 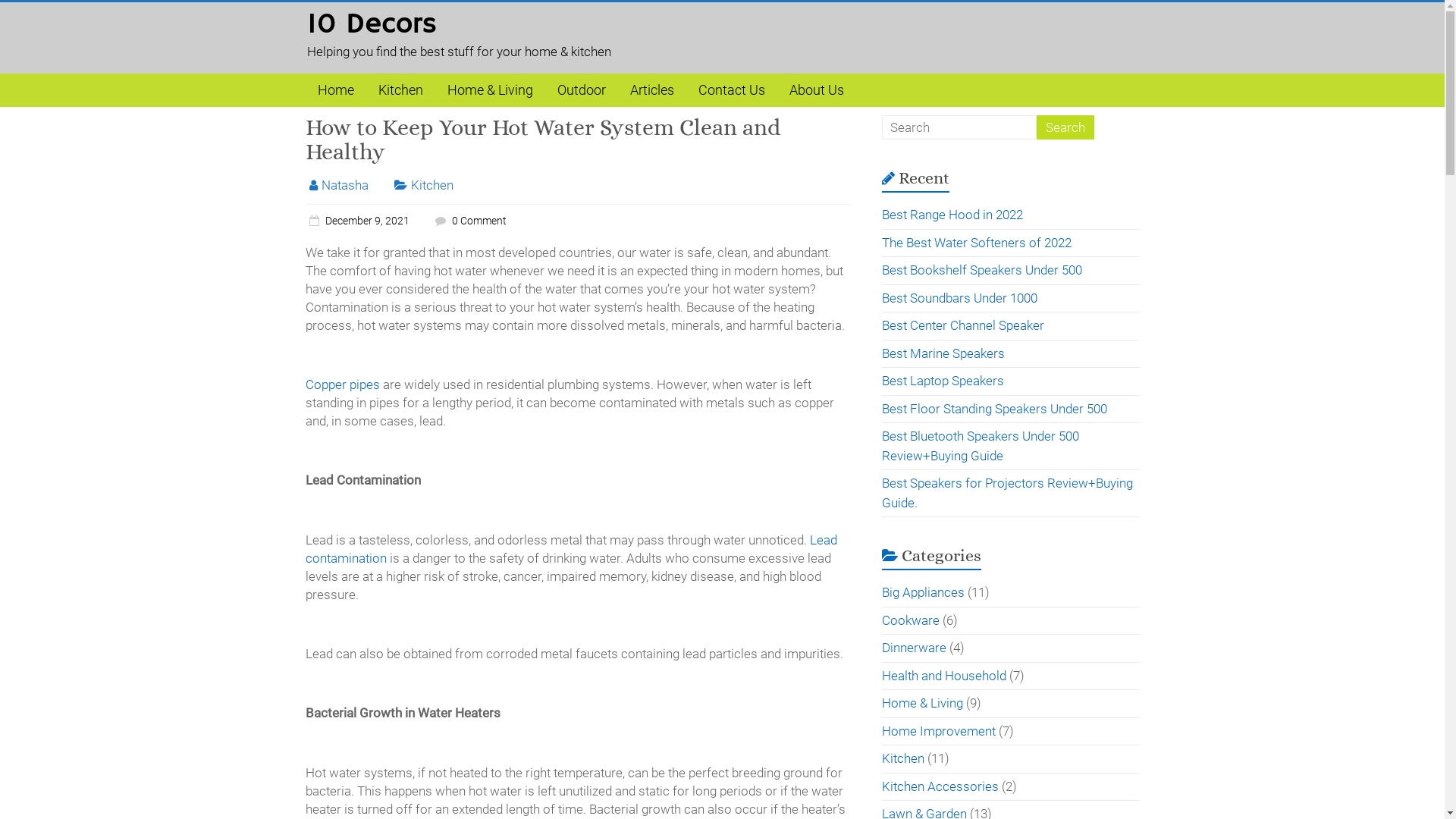 What do you see at coordinates (400, 90) in the screenshot?
I see `'Kitchen'` at bounding box center [400, 90].